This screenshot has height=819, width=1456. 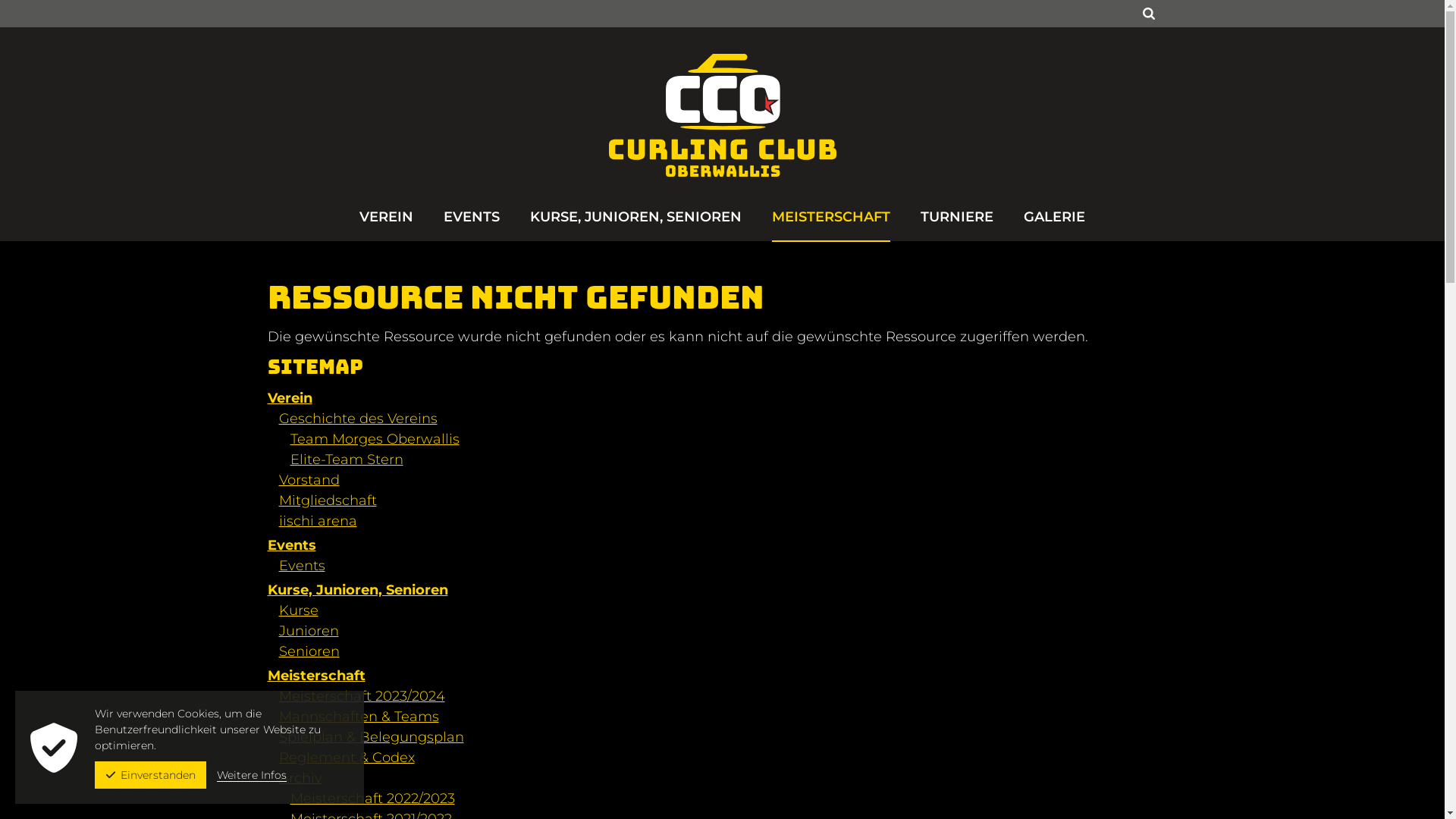 I want to click on 'Events', so click(x=279, y=565).